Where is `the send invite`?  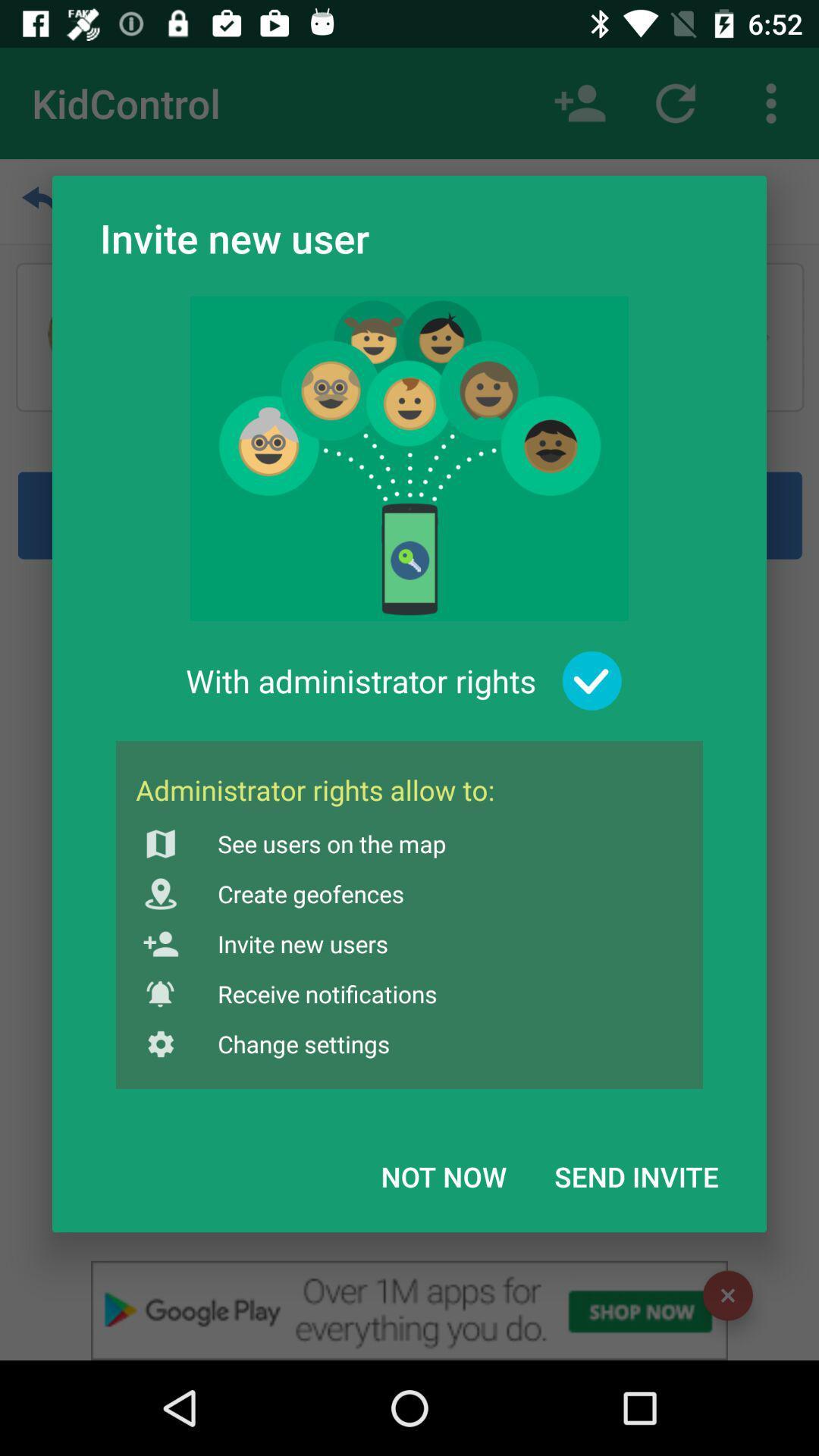
the send invite is located at coordinates (636, 1175).